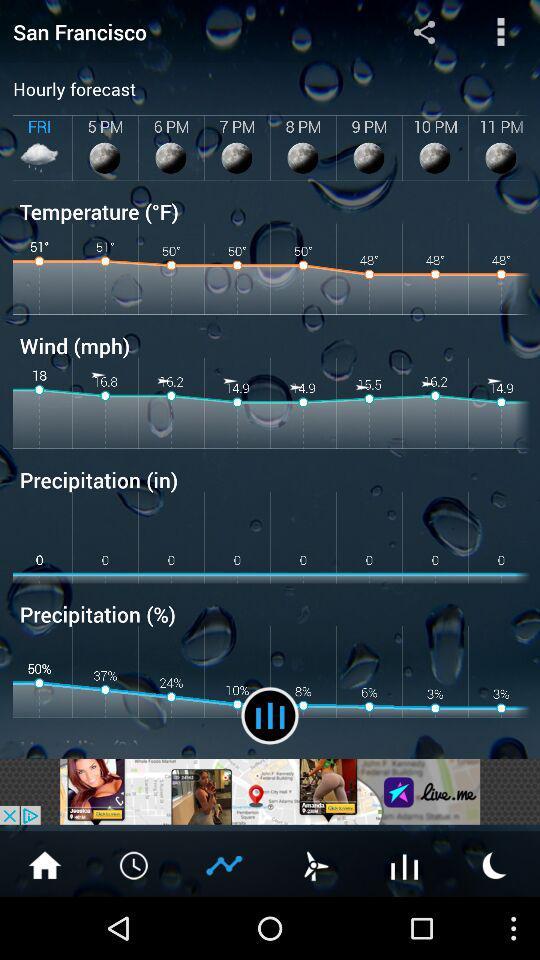 Image resolution: width=540 pixels, height=960 pixels. Describe the element at coordinates (44, 925) in the screenshot. I see `the home icon` at that location.